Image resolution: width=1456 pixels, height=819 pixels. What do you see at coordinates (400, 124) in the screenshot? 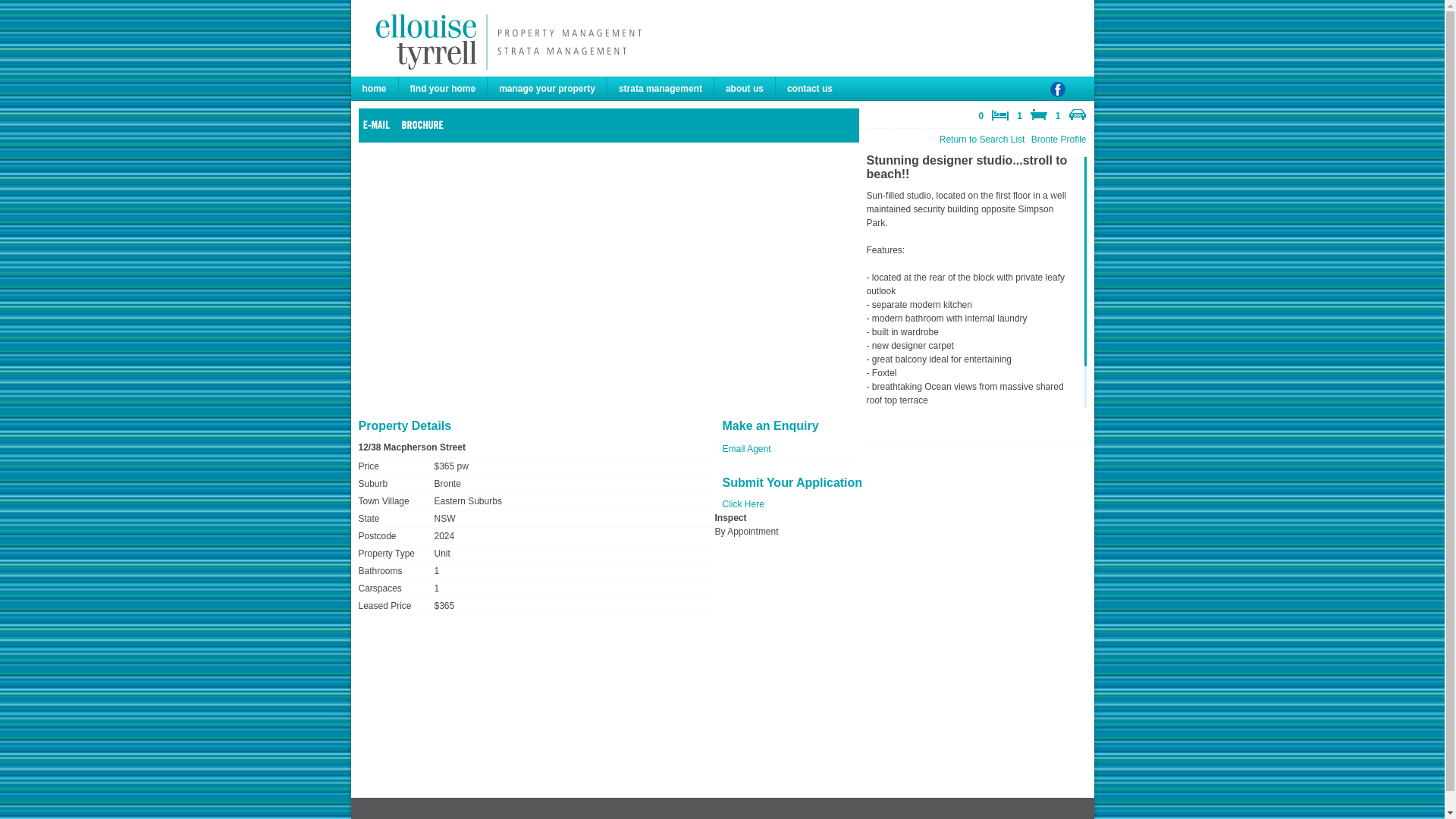
I see `'Property Brochure'` at bounding box center [400, 124].